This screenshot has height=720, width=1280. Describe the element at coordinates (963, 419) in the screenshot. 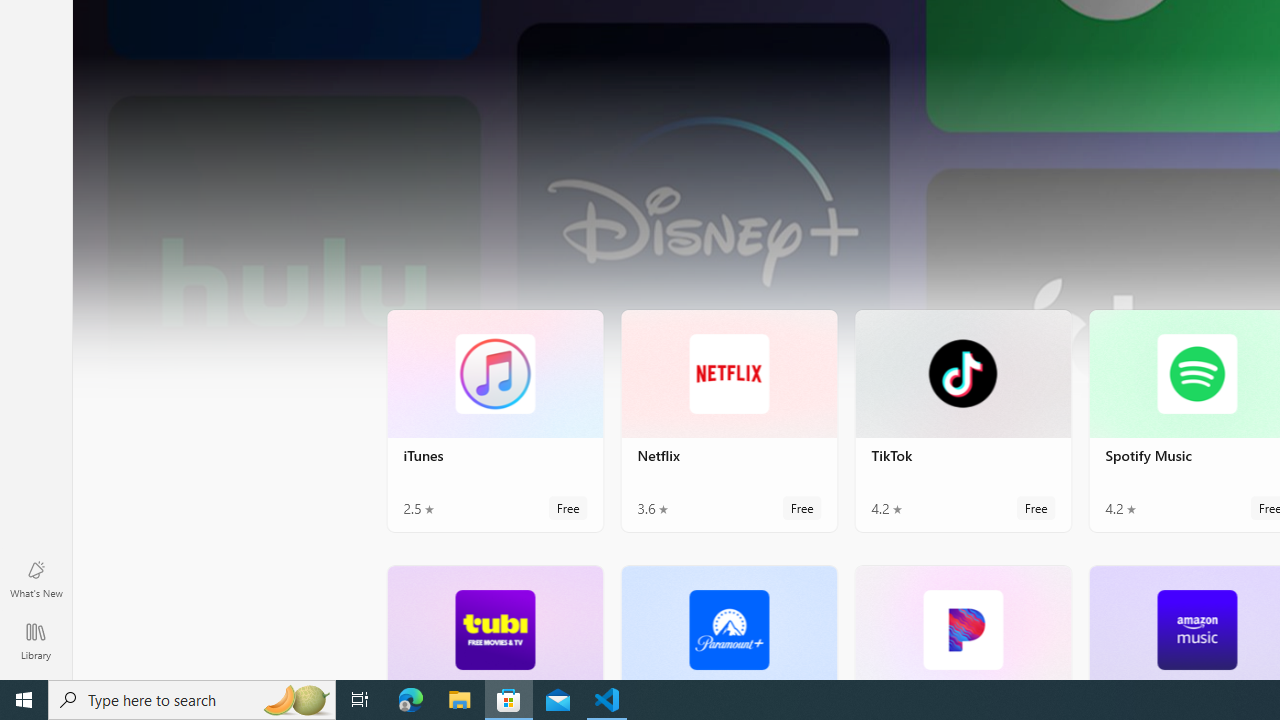

I see `'TikTok. Average rating of 4.2 out of five stars. Free  '` at that location.